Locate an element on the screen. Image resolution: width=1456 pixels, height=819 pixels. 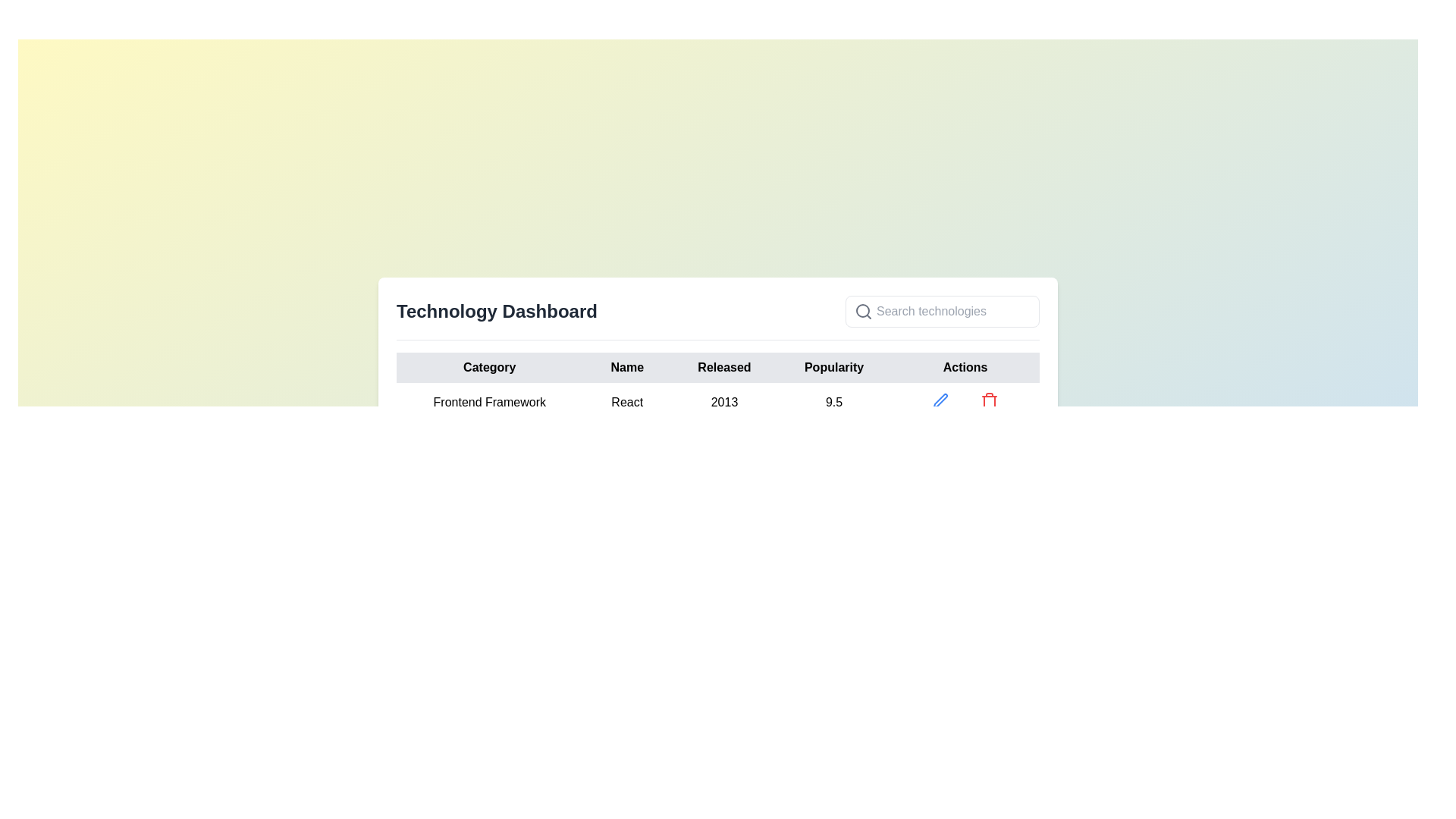
the 'Category' header cell in the first column of the top-row header in the table, which has a gray background and bold font style is located at coordinates (488, 368).